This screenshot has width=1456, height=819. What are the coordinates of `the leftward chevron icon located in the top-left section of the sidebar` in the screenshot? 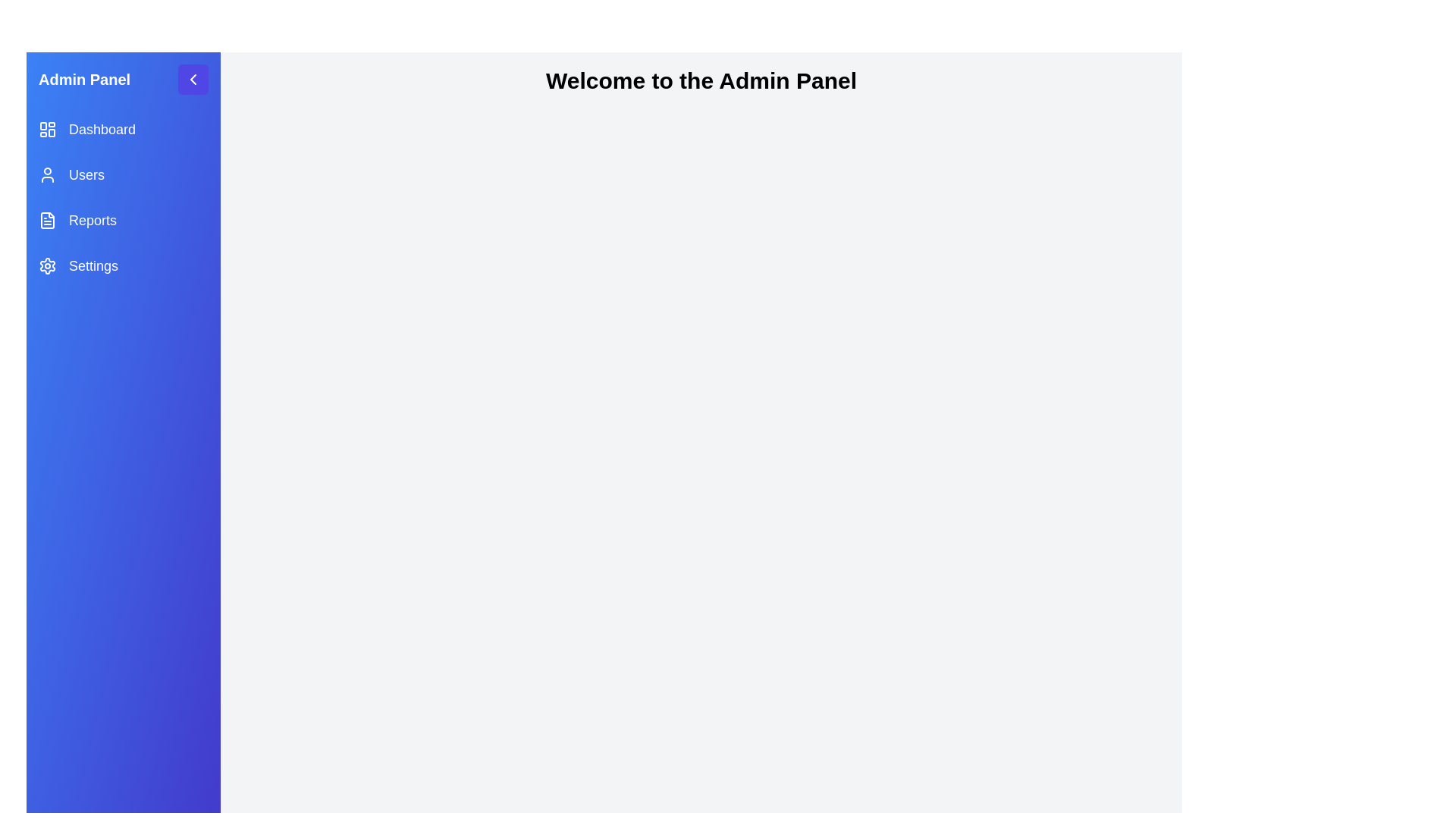 It's located at (192, 79).